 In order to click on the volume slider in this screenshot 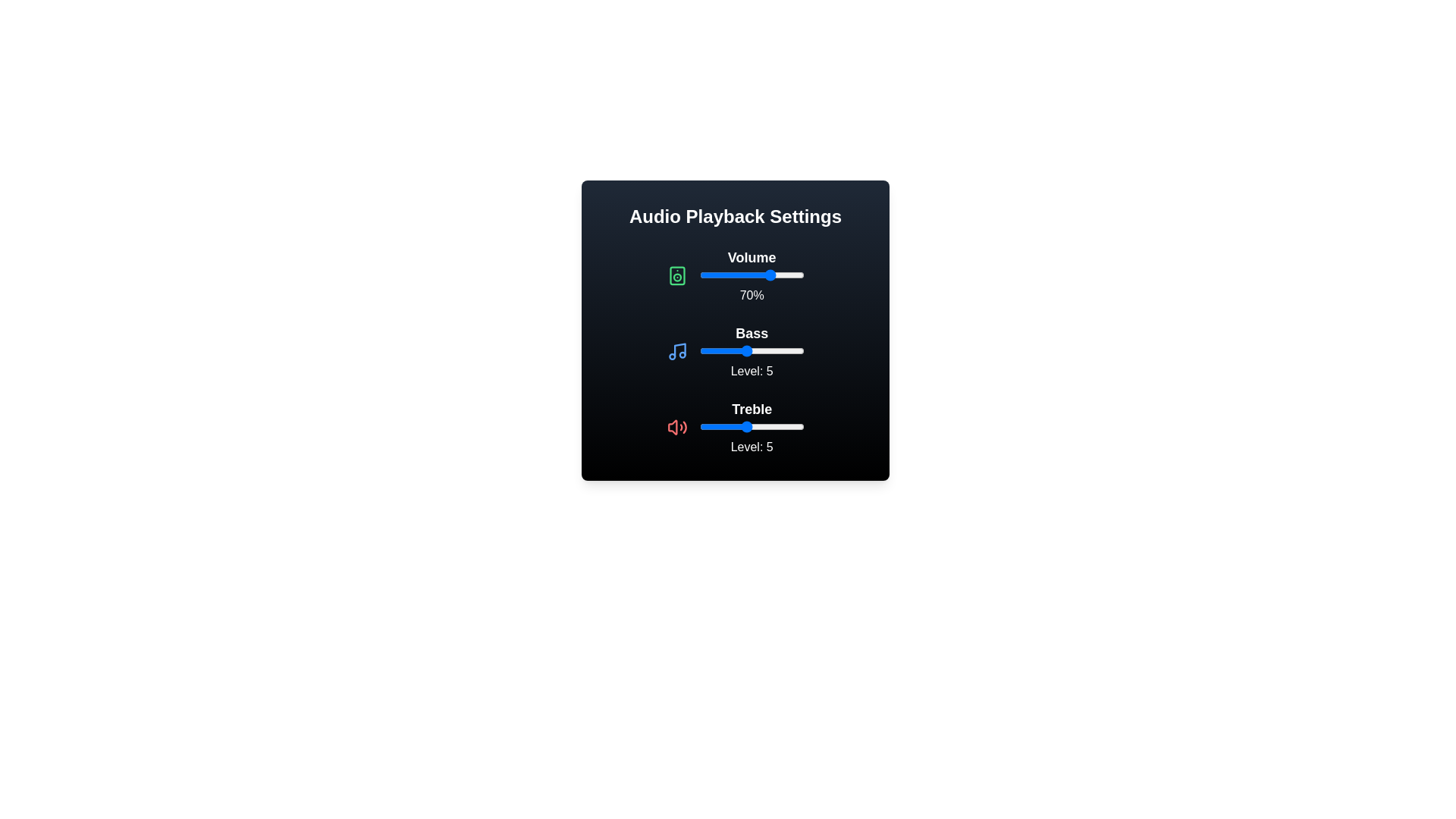, I will do `click(795, 275)`.